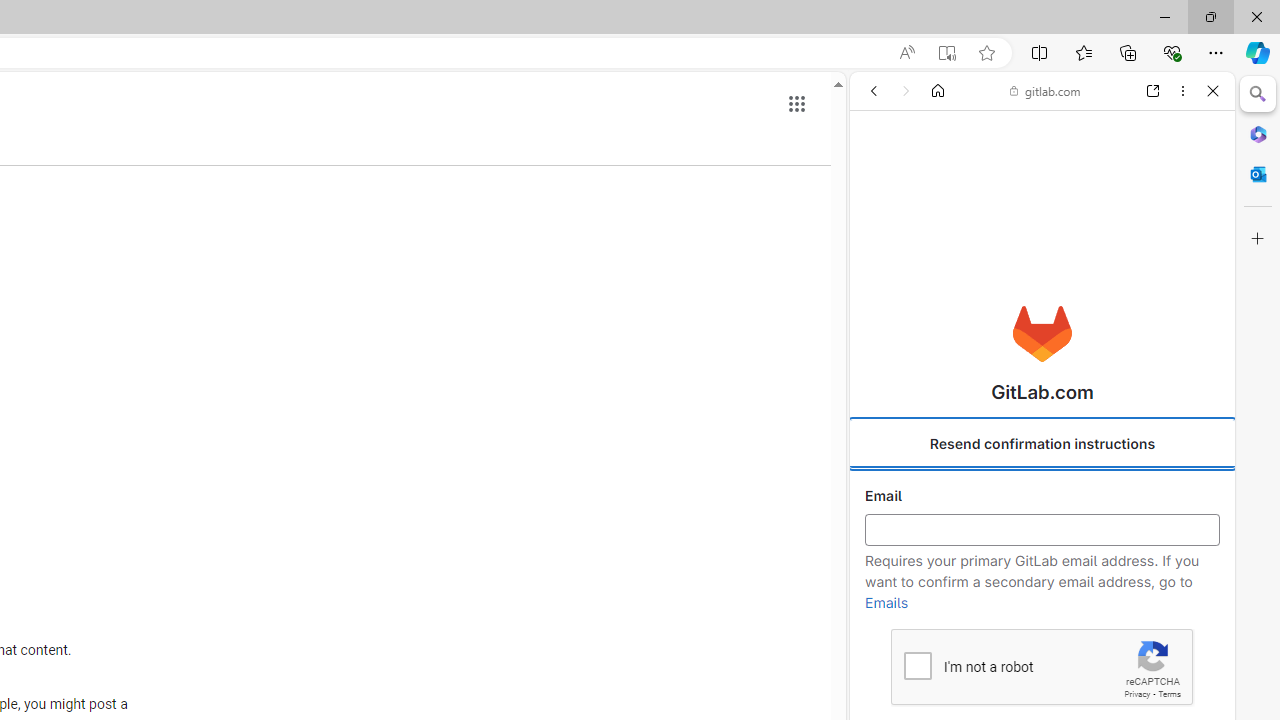 The image size is (1280, 720). I want to click on 'Privacy', so click(1136, 693).